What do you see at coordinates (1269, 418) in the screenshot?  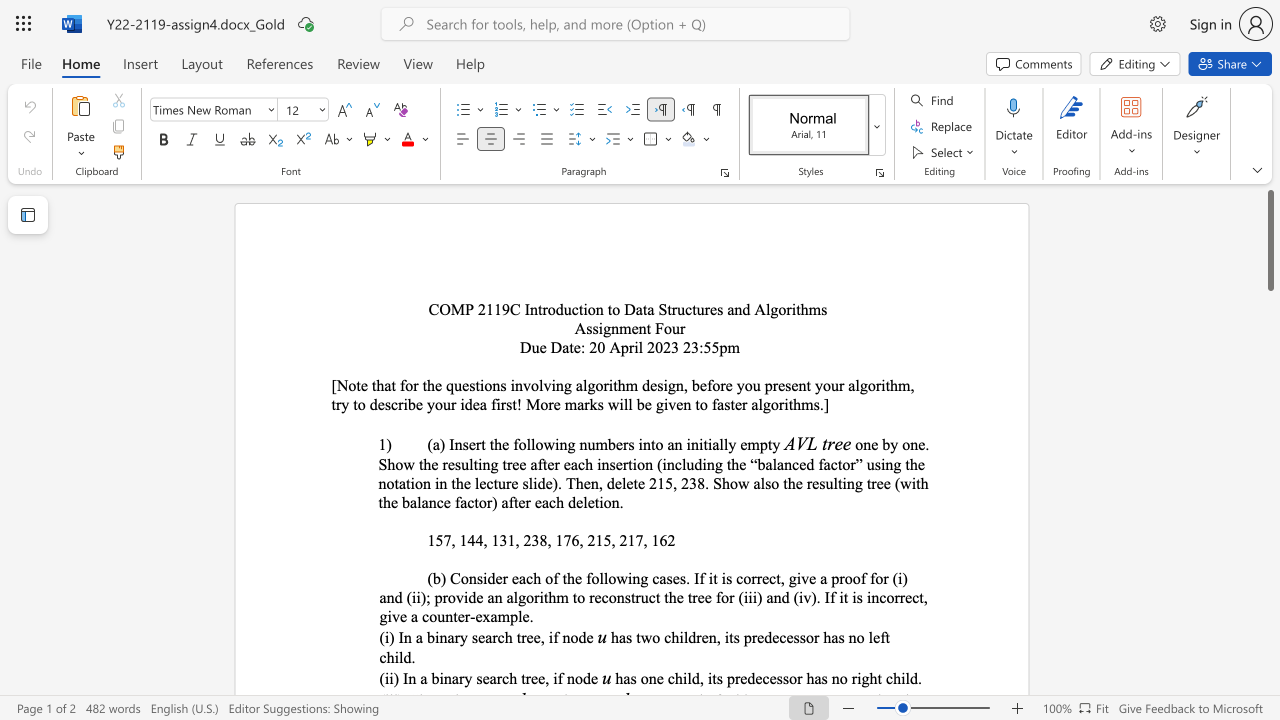 I see `the side scrollbar to bring the page down` at bounding box center [1269, 418].